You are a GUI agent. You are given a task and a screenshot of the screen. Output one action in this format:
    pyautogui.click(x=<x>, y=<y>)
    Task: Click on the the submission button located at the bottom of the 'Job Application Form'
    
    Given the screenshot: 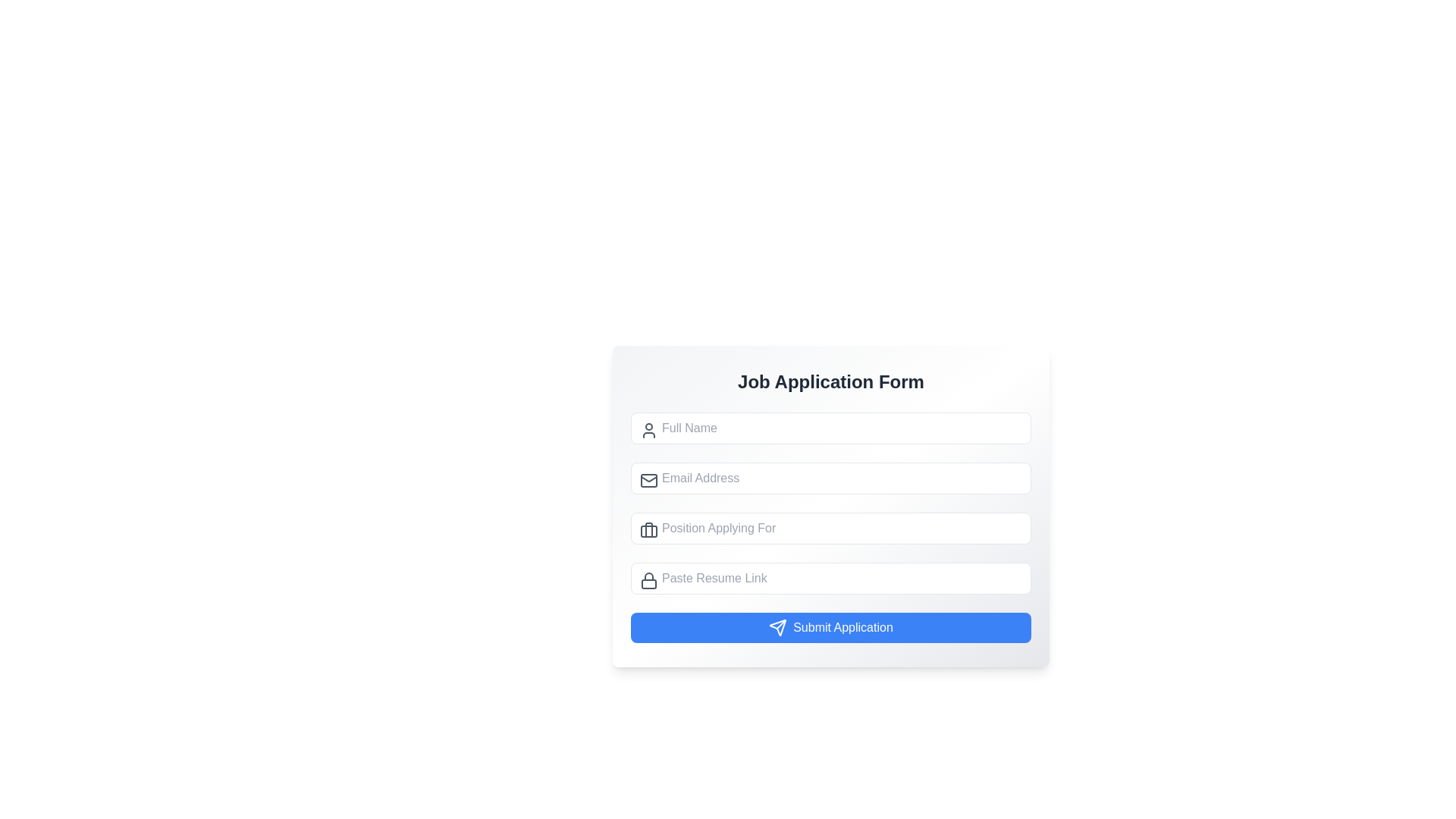 What is the action you would take?
    pyautogui.click(x=830, y=628)
    